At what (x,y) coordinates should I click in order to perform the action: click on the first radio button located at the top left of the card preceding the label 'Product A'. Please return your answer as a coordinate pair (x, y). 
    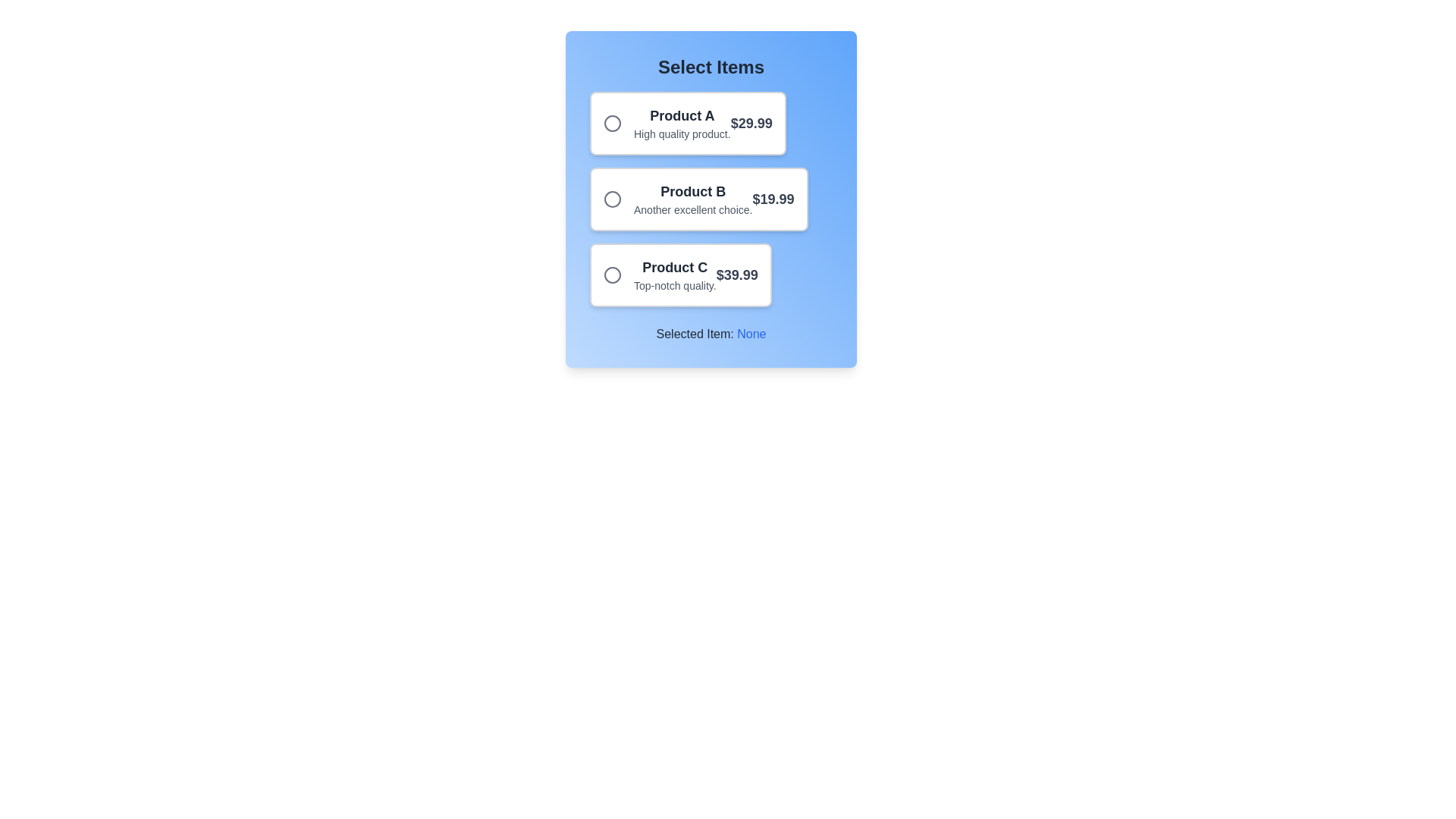
    Looking at the image, I should click on (619, 122).